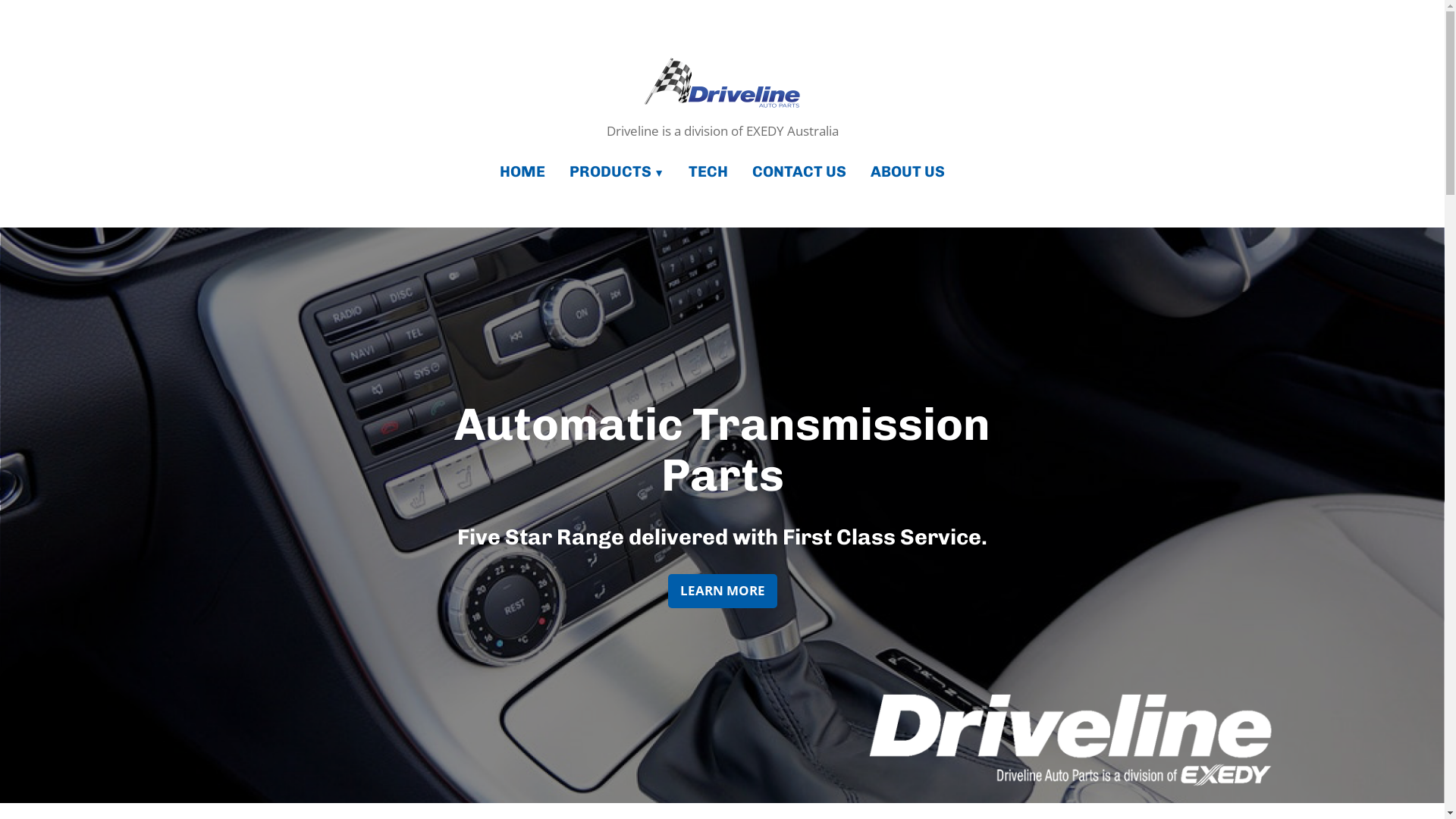 The width and height of the screenshot is (1456, 819). What do you see at coordinates (528, 171) in the screenshot?
I see `'HOME'` at bounding box center [528, 171].